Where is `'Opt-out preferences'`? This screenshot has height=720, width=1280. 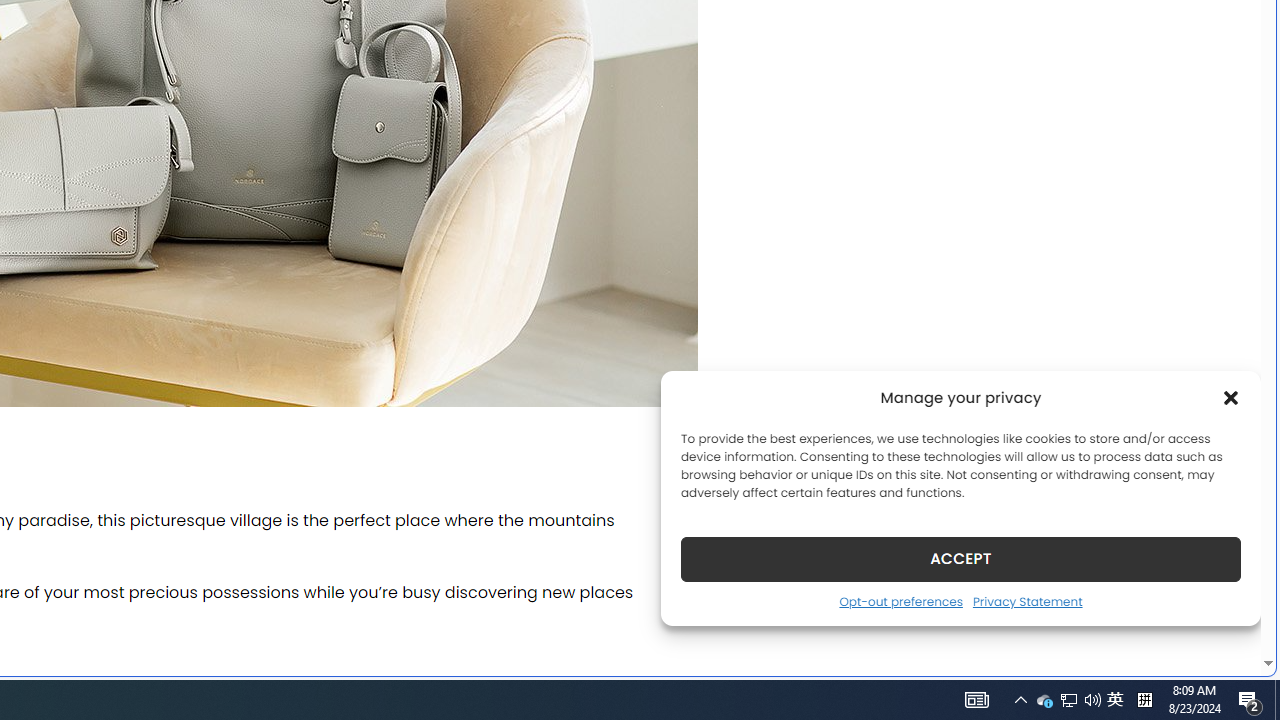
'Opt-out preferences' is located at coordinates (899, 600).